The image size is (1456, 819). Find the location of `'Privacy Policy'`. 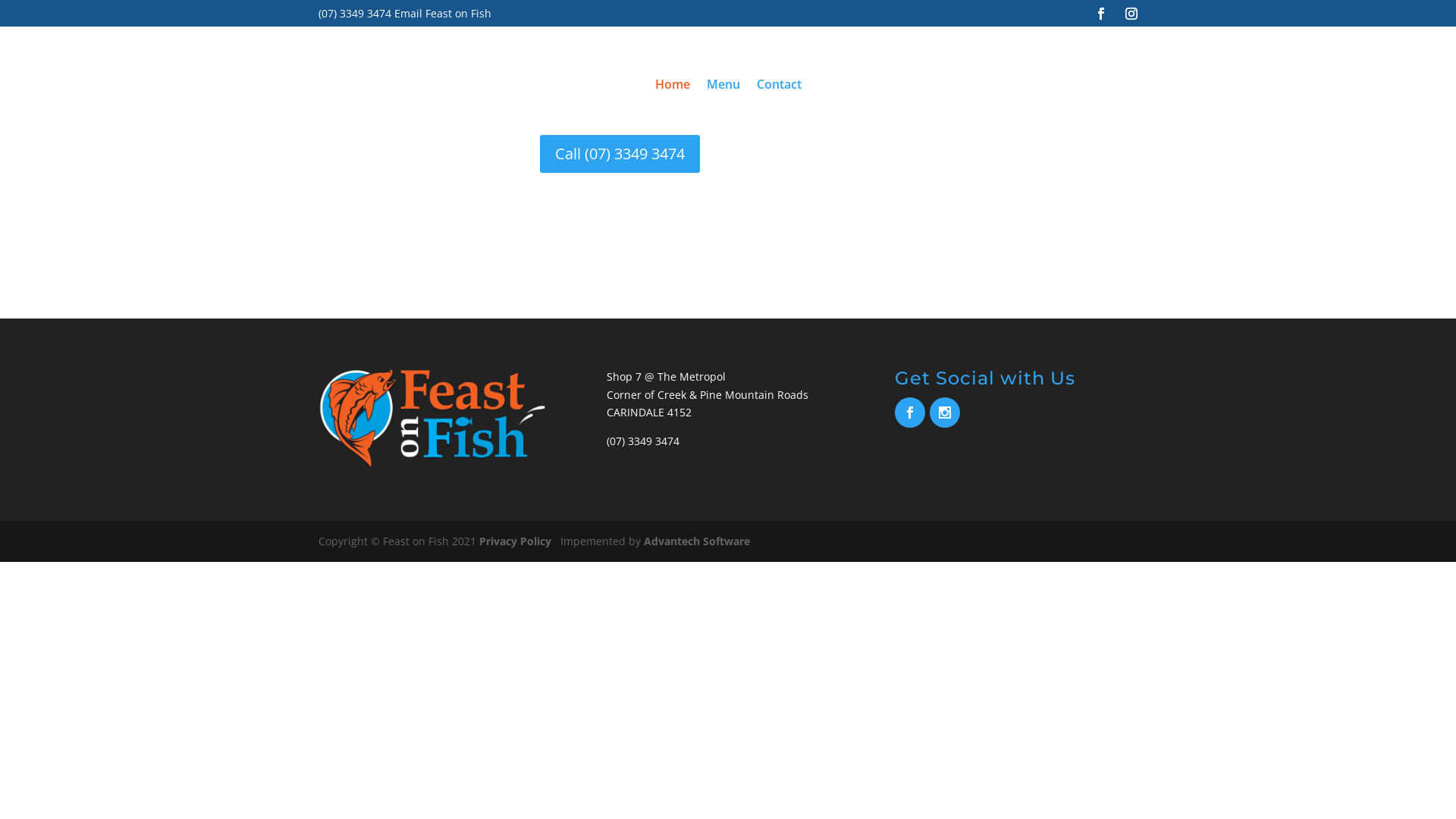

'Privacy Policy' is located at coordinates (515, 540).